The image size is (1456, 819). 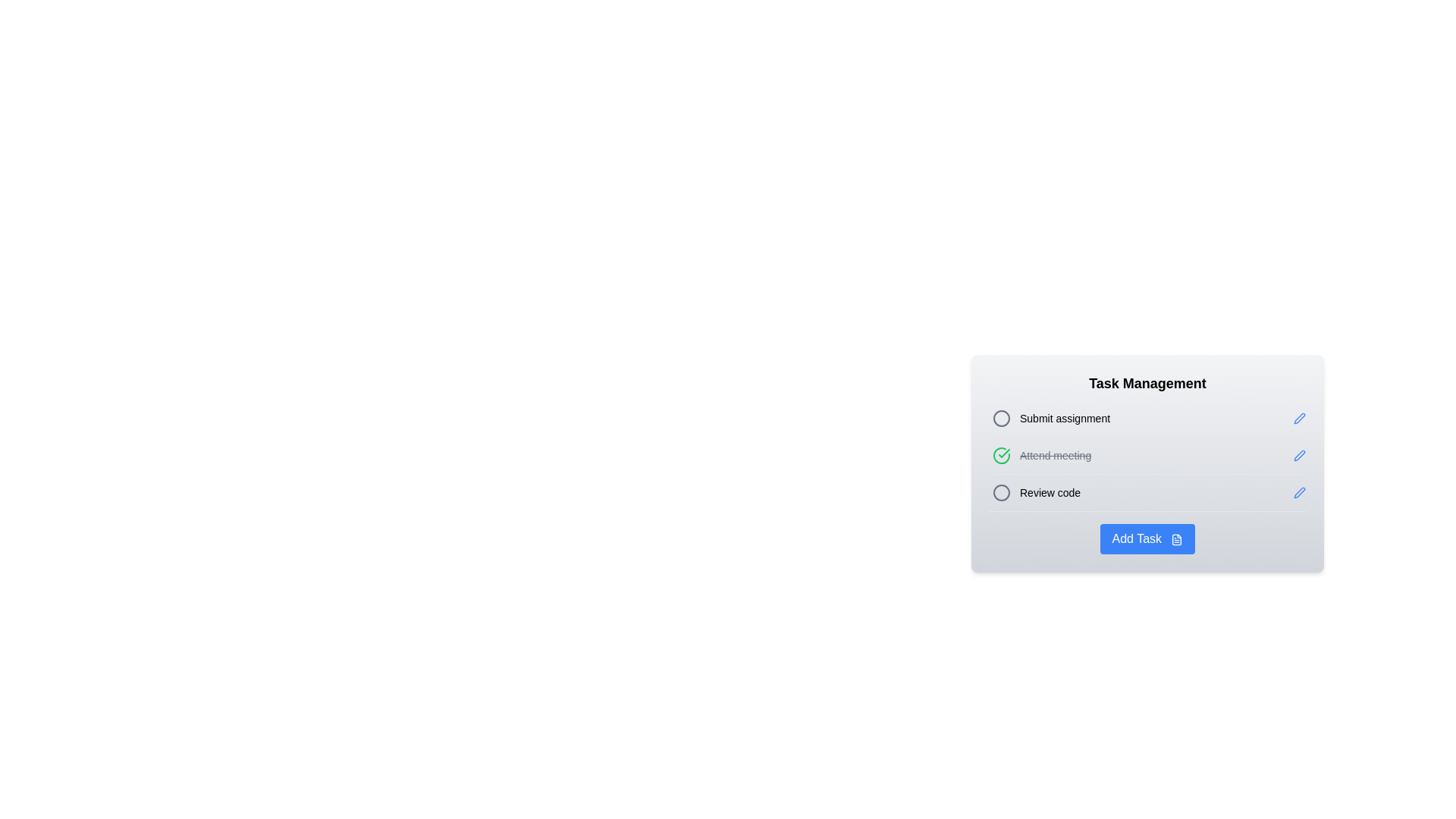 I want to click on the icon design of the pen graphic located near the task 'Attend meeting' in the task management interface, so click(x=1298, y=418).